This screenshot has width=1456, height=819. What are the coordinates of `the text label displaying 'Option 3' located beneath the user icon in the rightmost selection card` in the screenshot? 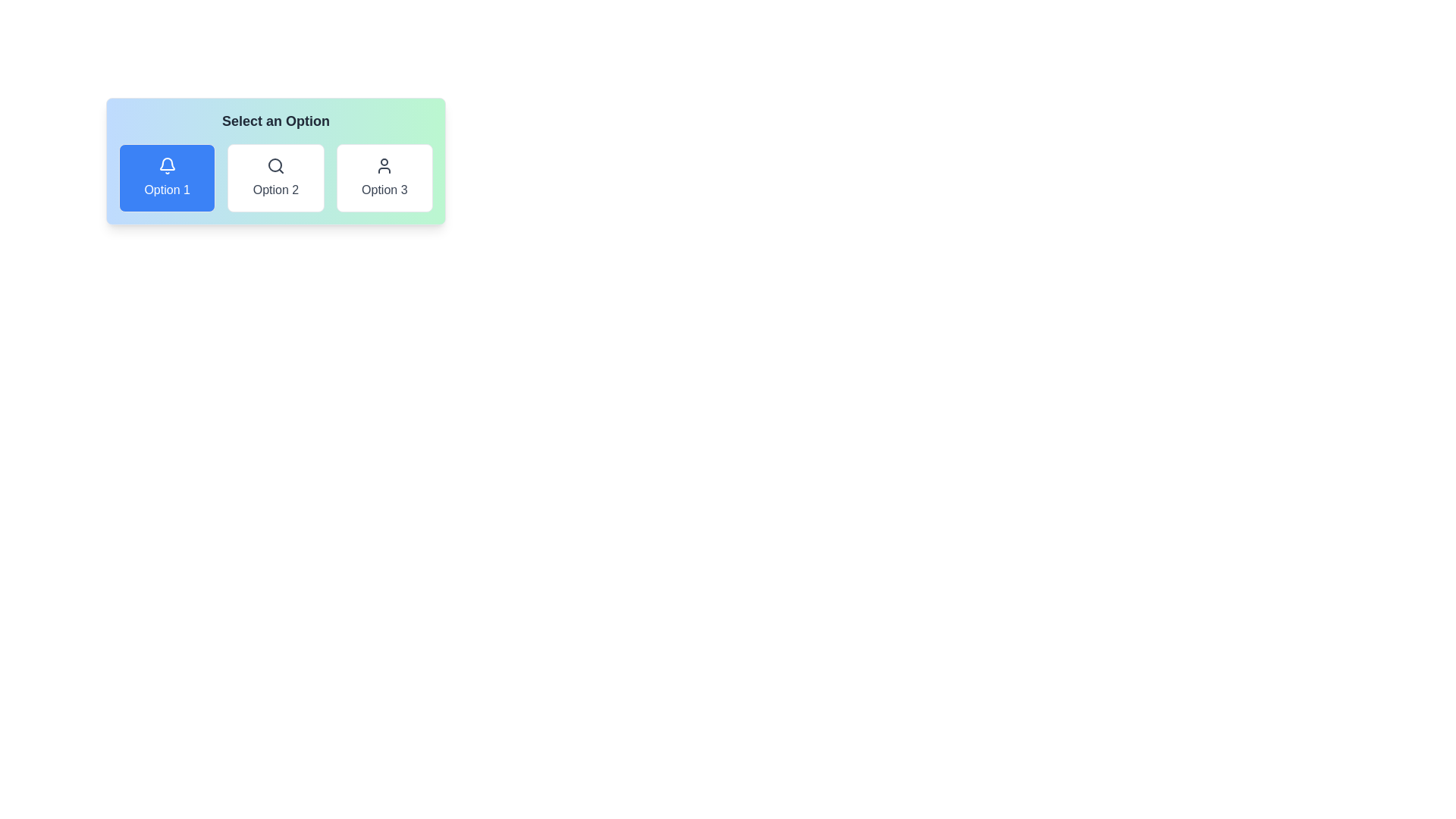 It's located at (384, 189).